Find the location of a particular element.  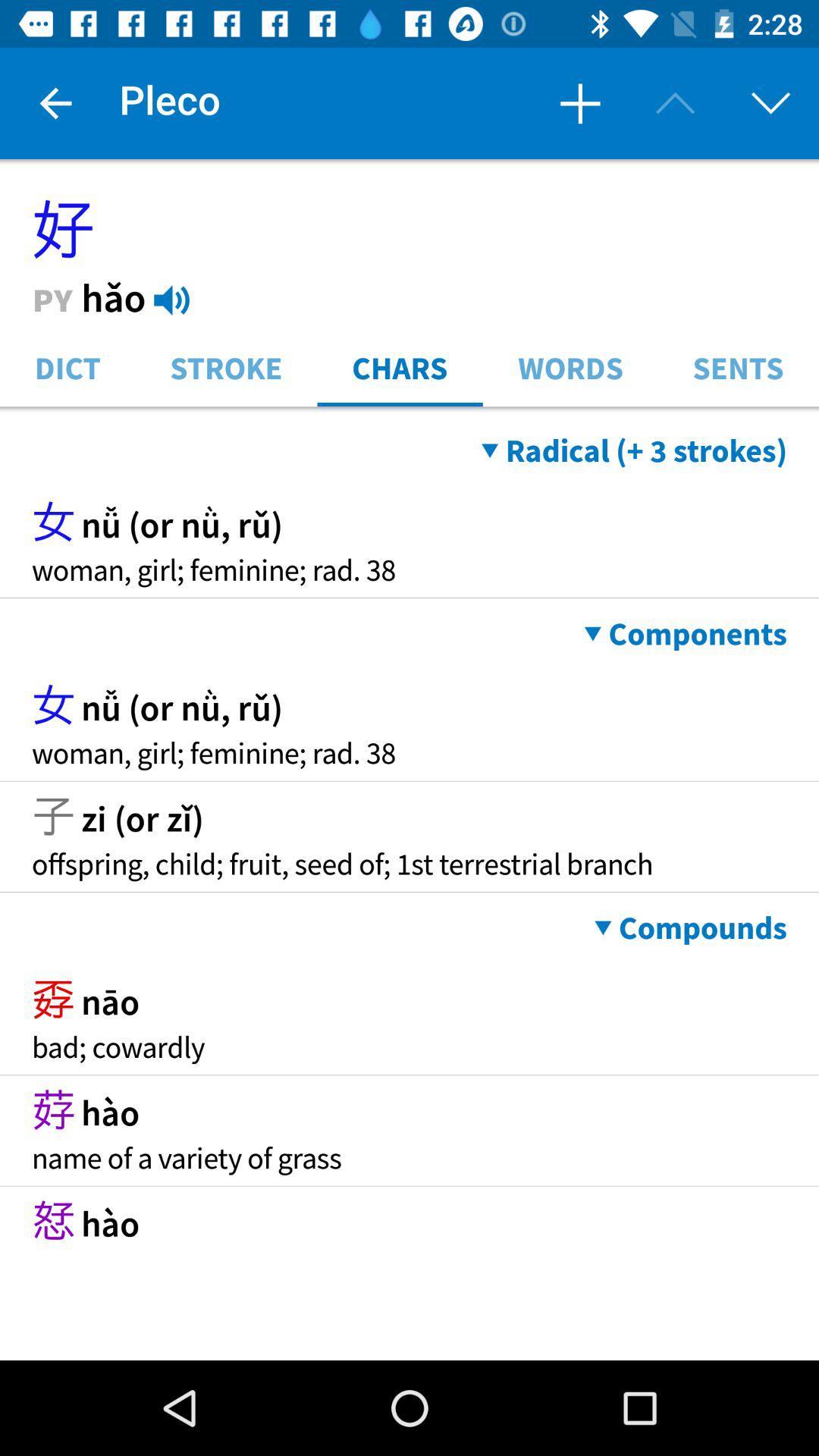

the  radical (+ 3 strokes) icon is located at coordinates (634, 450).